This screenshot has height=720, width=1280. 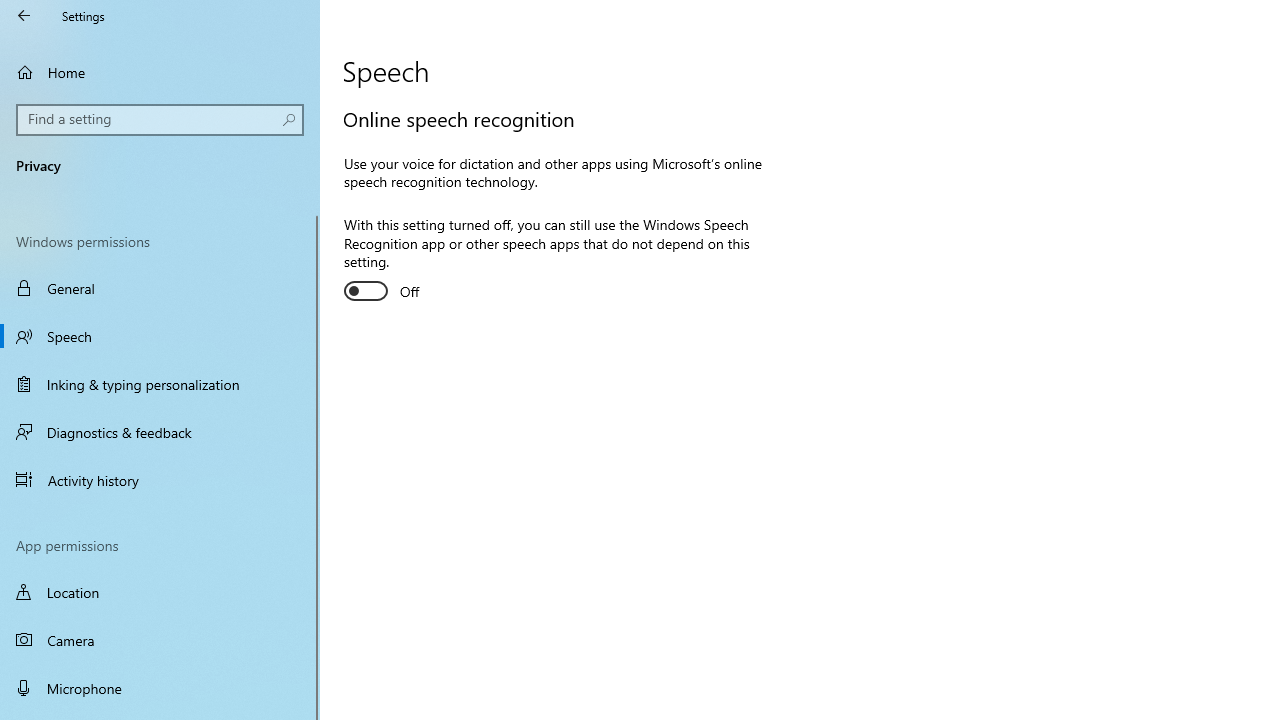 I want to click on 'Speech', so click(x=160, y=334).